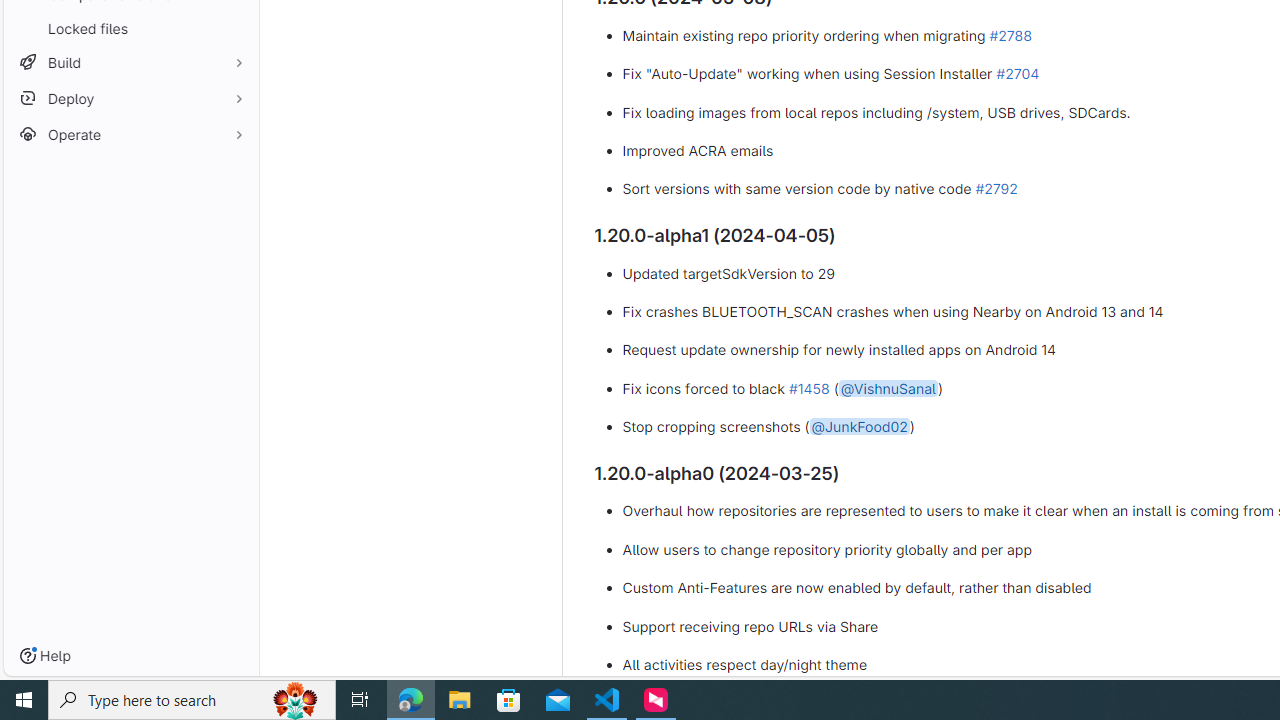 The width and height of the screenshot is (1280, 720). What do you see at coordinates (130, 61) in the screenshot?
I see `'Build'` at bounding box center [130, 61].